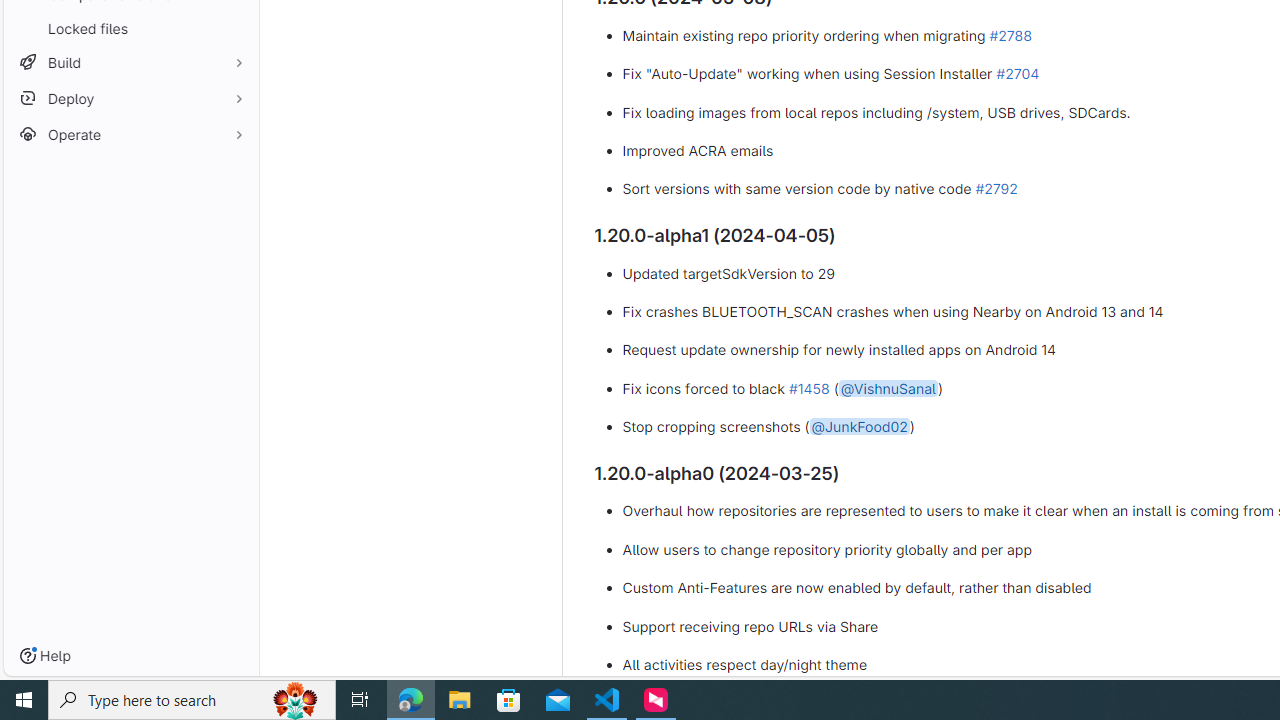 The width and height of the screenshot is (1280, 720). What do you see at coordinates (130, 61) in the screenshot?
I see `'Build'` at bounding box center [130, 61].